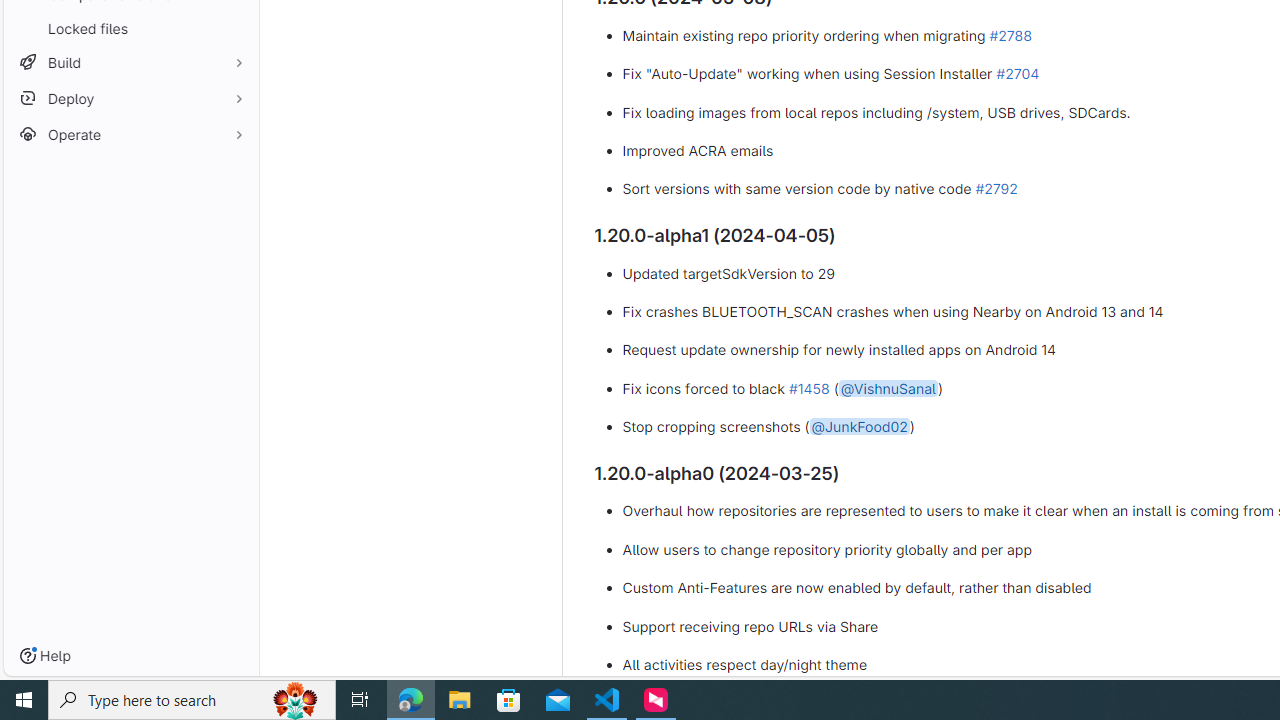 The width and height of the screenshot is (1280, 720). What do you see at coordinates (130, 61) in the screenshot?
I see `'Build'` at bounding box center [130, 61].